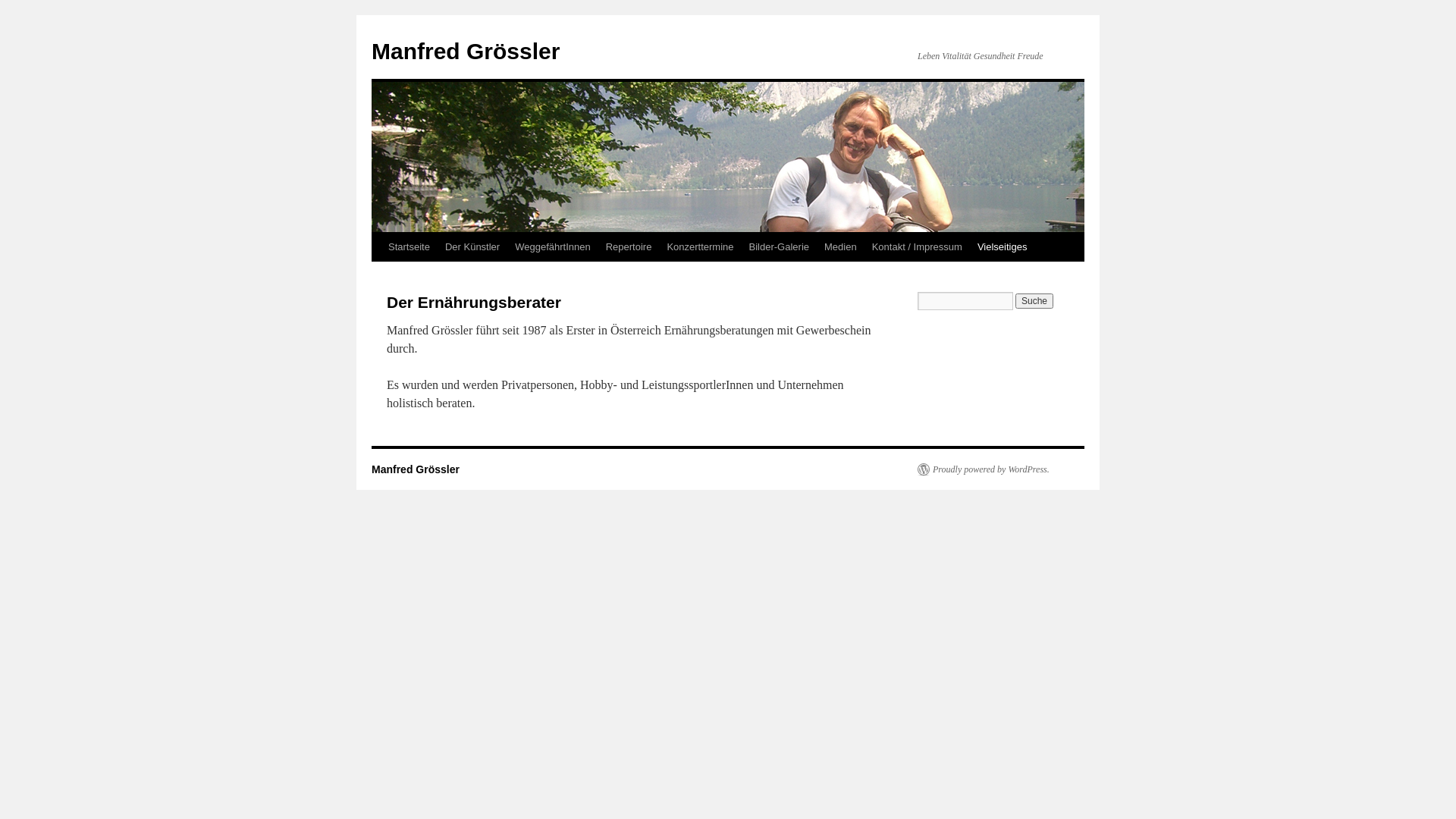 The width and height of the screenshot is (1456, 819). Describe the element at coordinates (378, 275) in the screenshot. I see `'Zum Inhalt springen'` at that location.